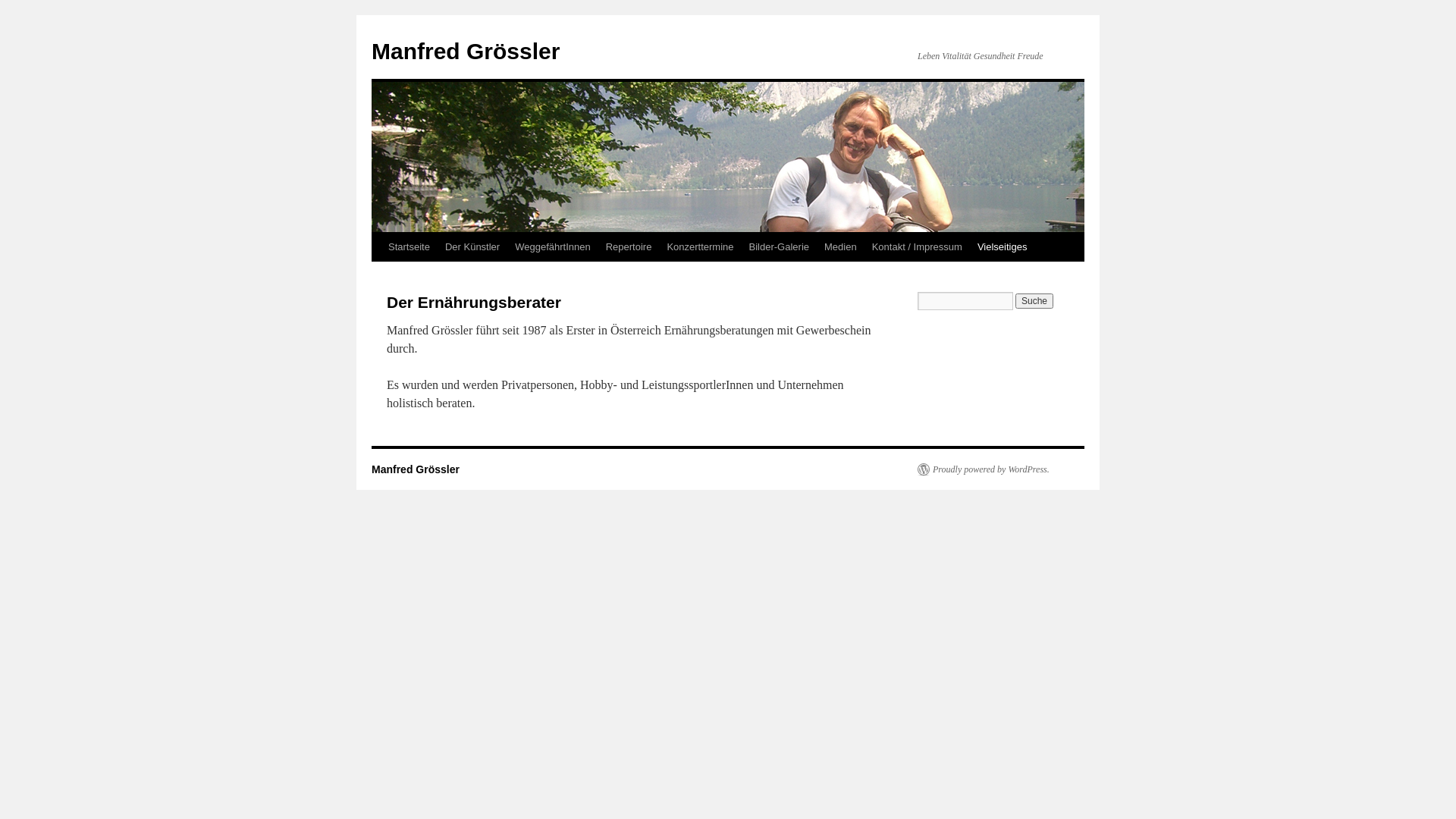 The width and height of the screenshot is (1456, 819). Describe the element at coordinates (378, 275) in the screenshot. I see `'Zum Inhalt springen'` at that location.